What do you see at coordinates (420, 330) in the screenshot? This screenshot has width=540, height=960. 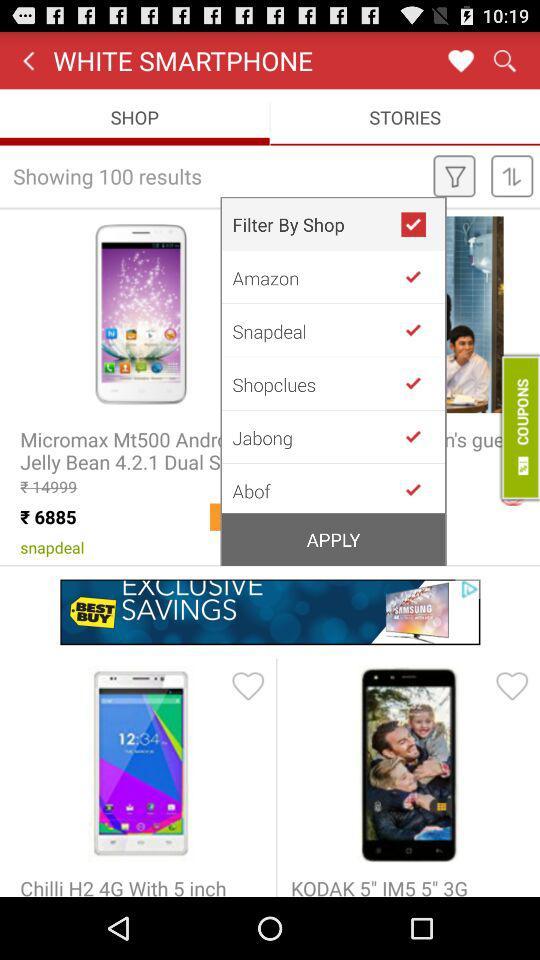 I see `snapdeal selected` at bounding box center [420, 330].